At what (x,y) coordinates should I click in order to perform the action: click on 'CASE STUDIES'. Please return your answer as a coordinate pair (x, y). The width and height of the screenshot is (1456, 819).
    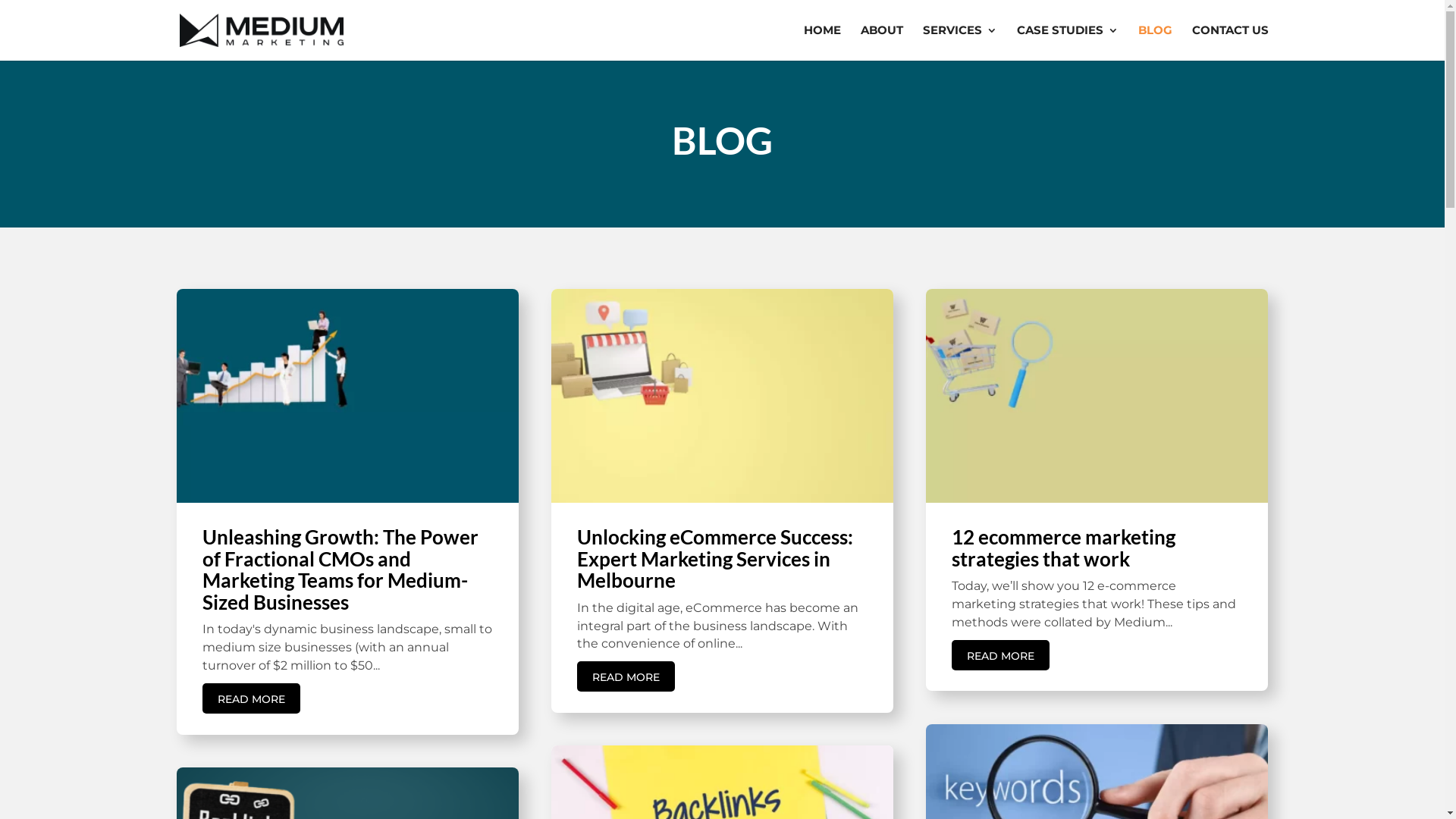
    Looking at the image, I should click on (1065, 42).